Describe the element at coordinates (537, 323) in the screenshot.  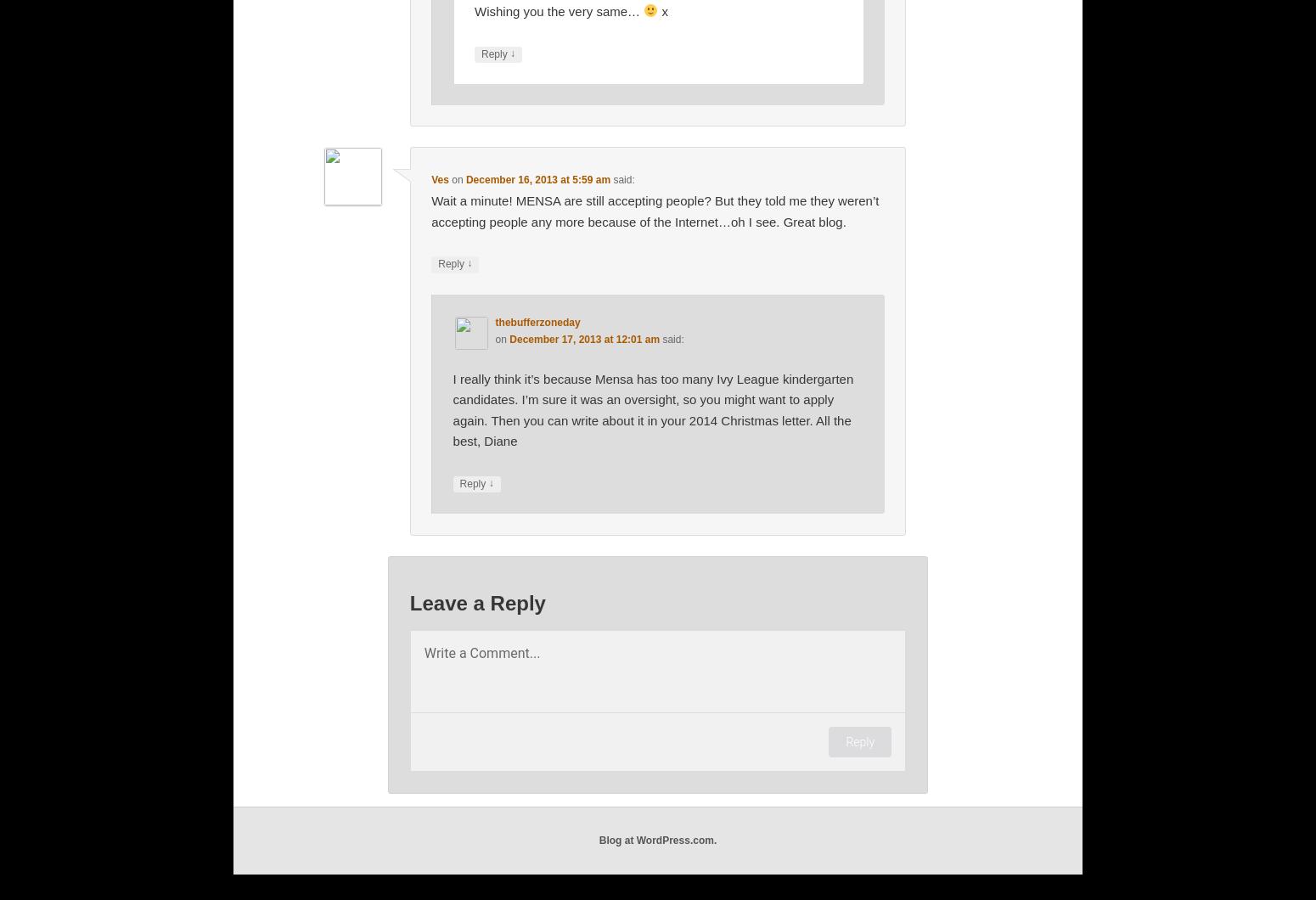
I see `'thebufferzoneday'` at that location.